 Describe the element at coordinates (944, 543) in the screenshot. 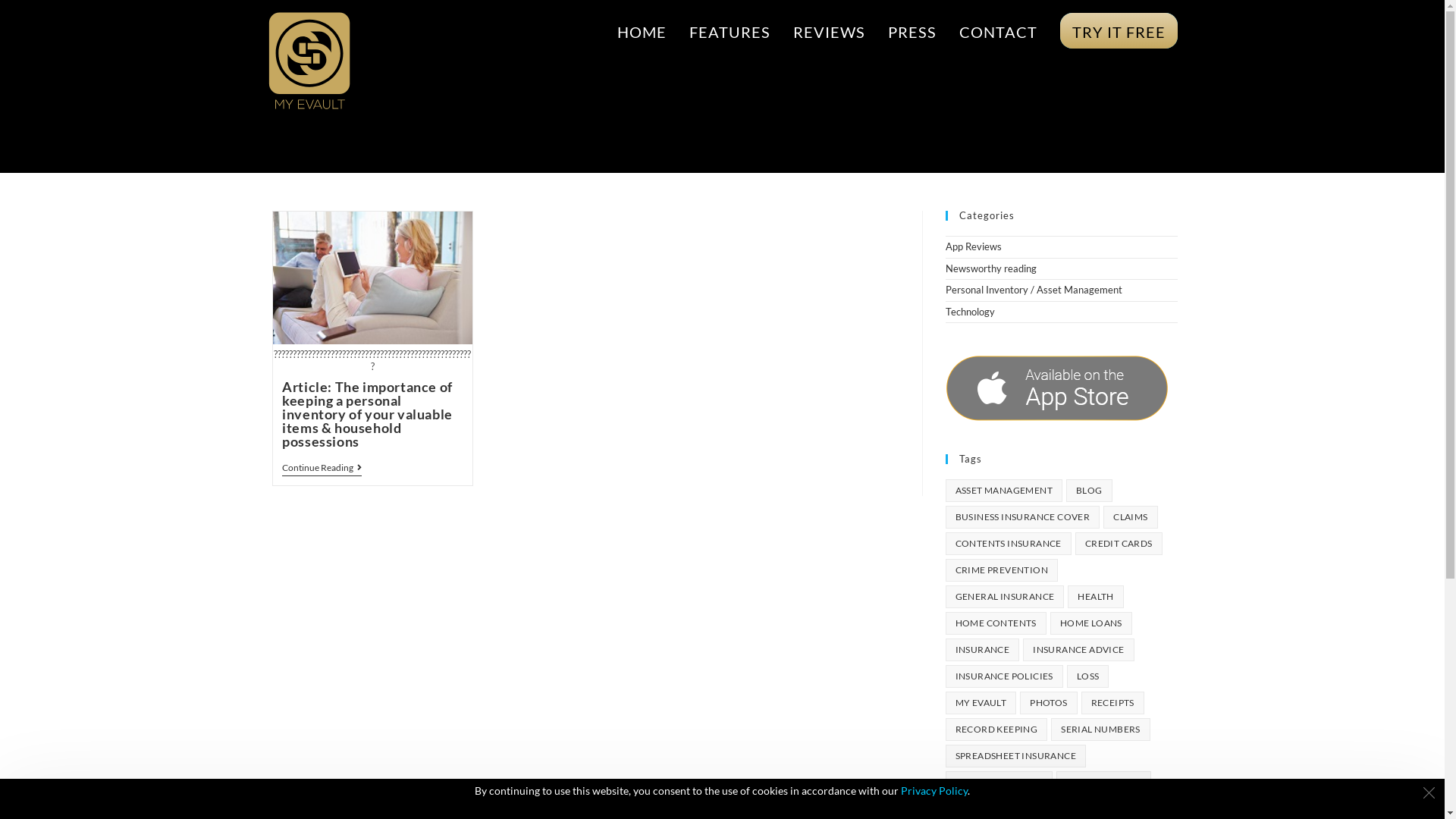

I see `'CONTENTS INSURANCE'` at that location.